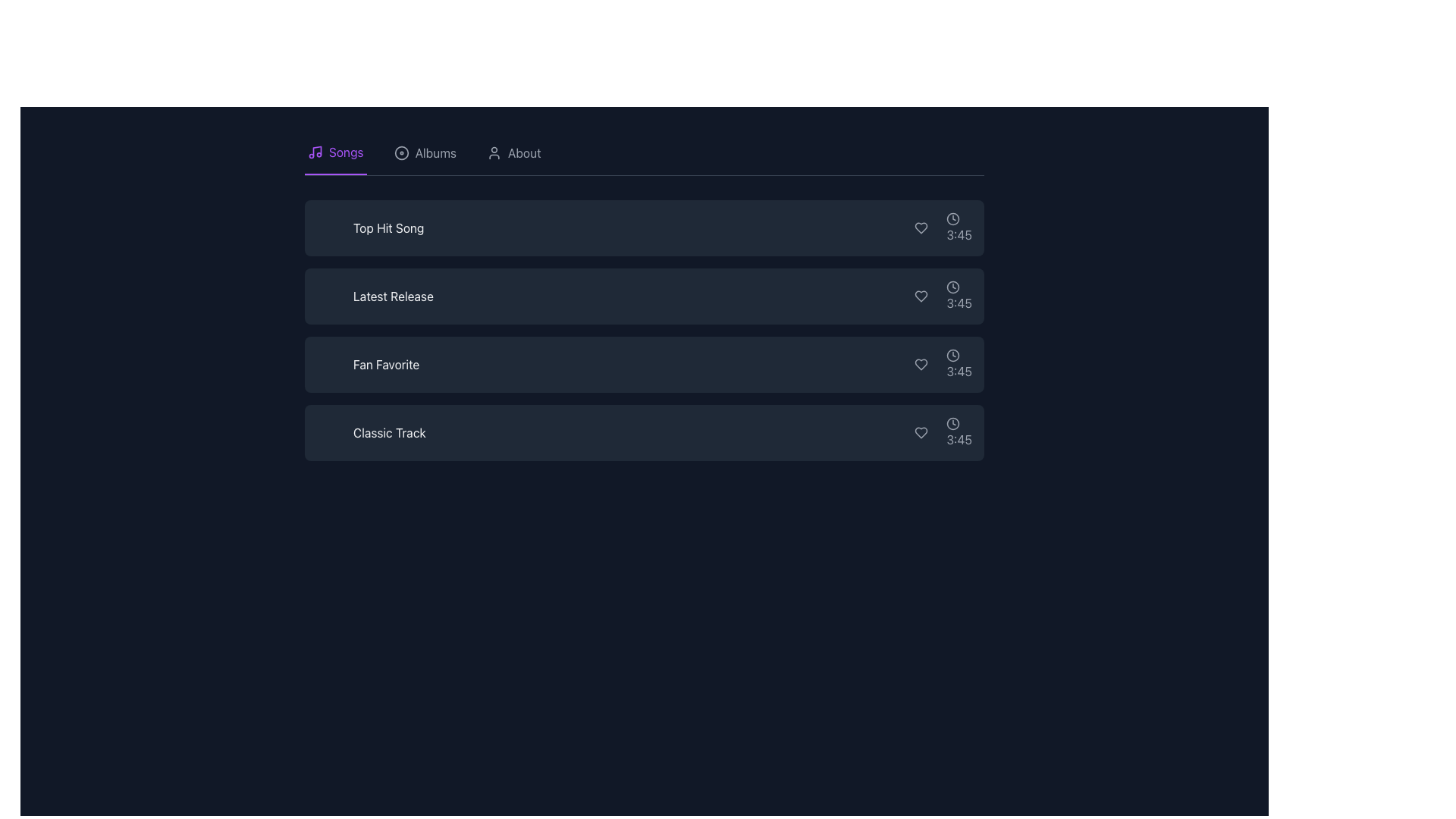  What do you see at coordinates (328, 365) in the screenshot?
I see `the small triangular play button icon, which is white and located within the dark rectangular background of the 'Fan Favorite' list item, to the left of the text label` at bounding box center [328, 365].